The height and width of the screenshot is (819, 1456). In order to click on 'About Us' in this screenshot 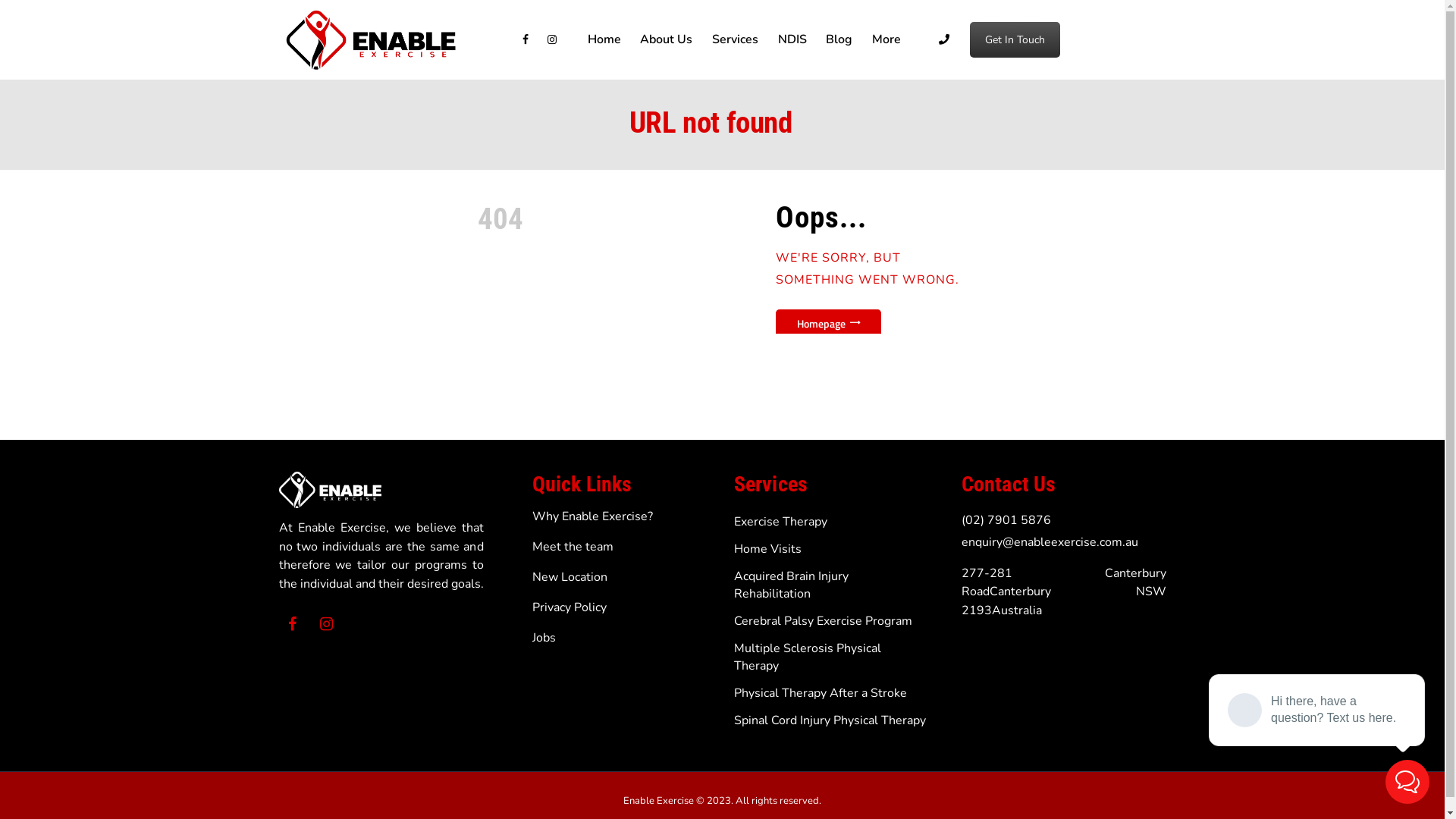, I will do `click(667, 39)`.